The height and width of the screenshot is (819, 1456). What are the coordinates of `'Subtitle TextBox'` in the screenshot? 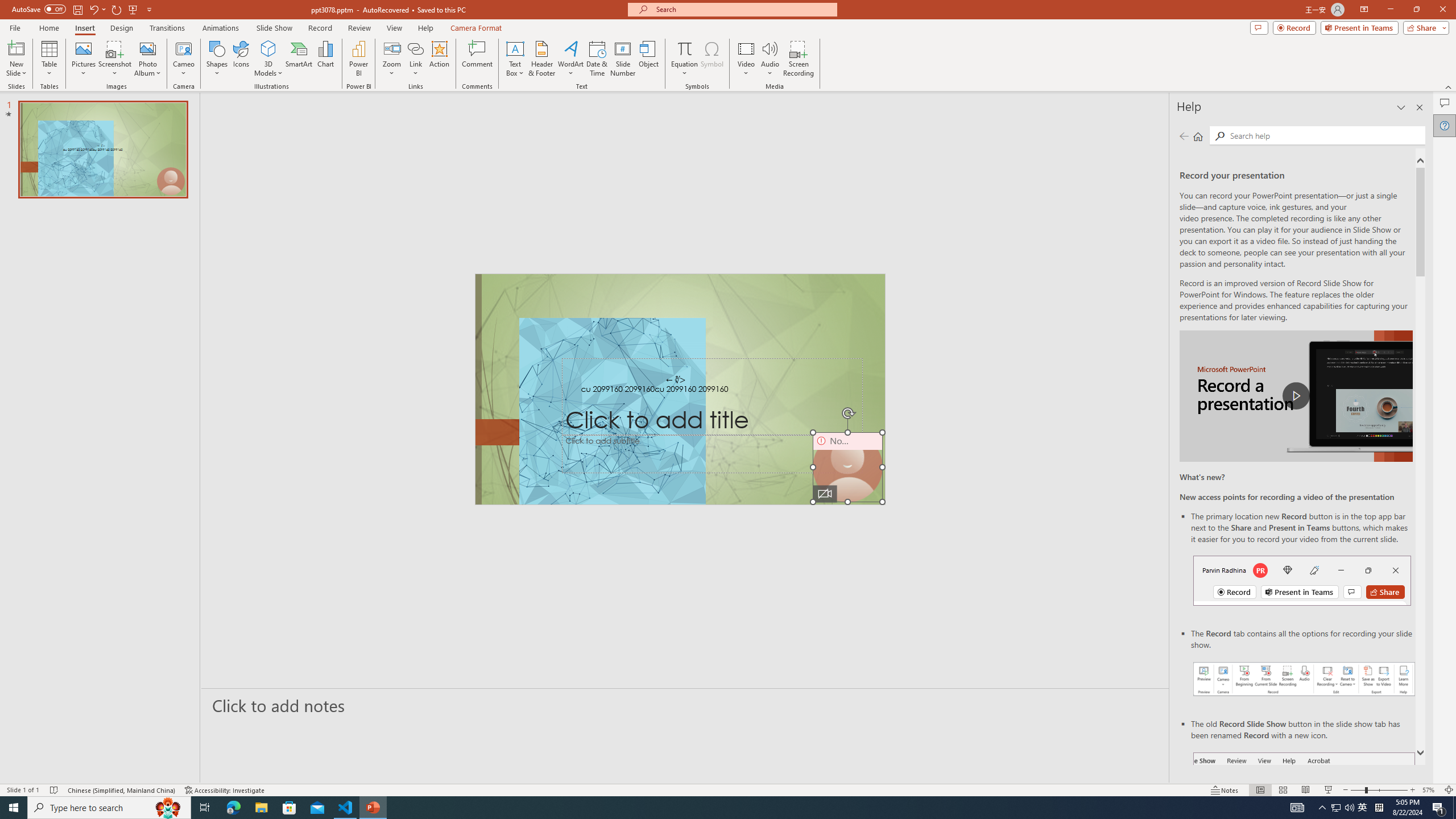 It's located at (712, 453).